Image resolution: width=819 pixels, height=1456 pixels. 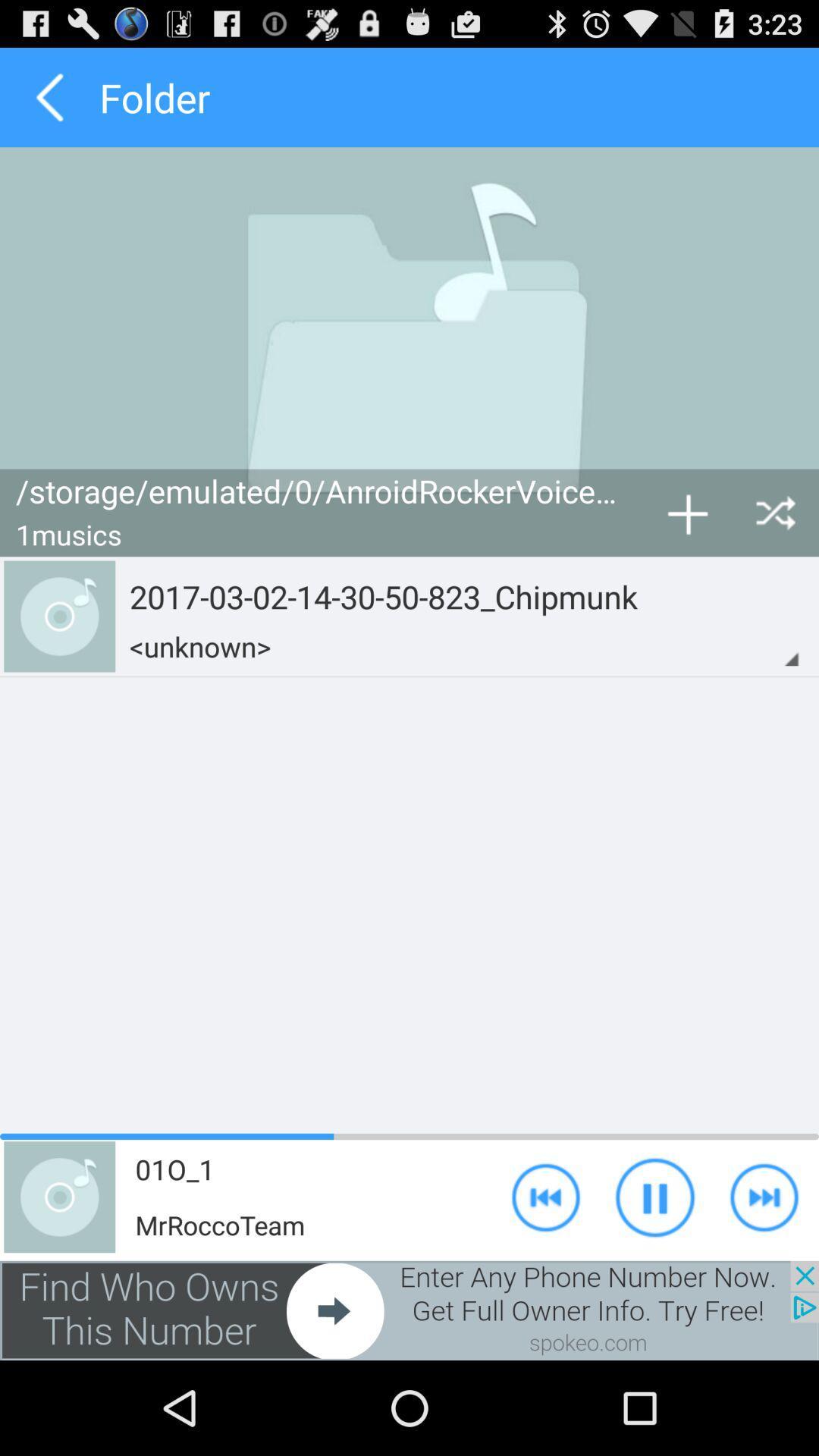 What do you see at coordinates (764, 1197) in the screenshot?
I see `on` at bounding box center [764, 1197].